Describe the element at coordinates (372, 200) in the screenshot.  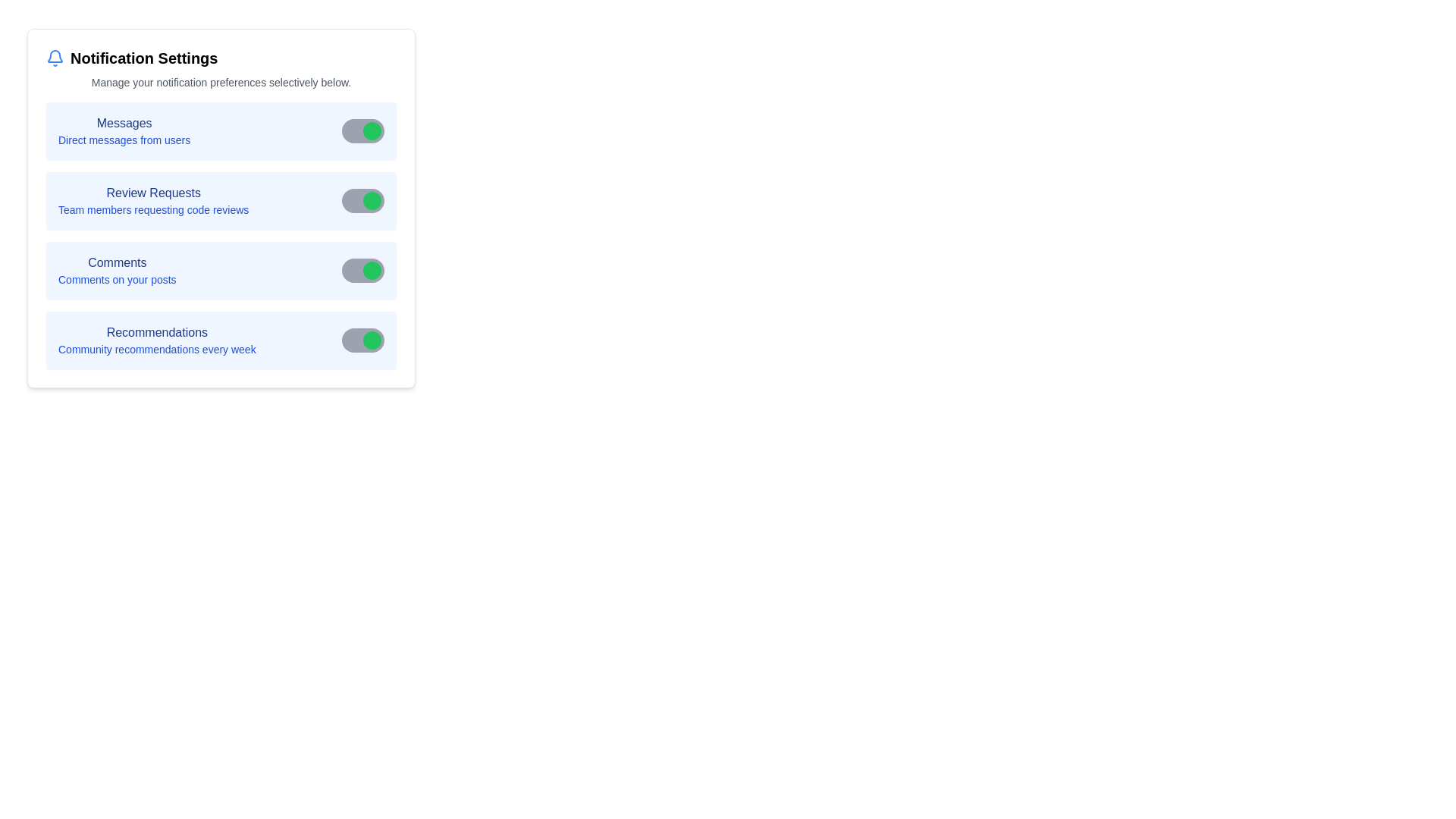
I see `the handle of the toggle switch for the 'Review Requests' setting` at that location.